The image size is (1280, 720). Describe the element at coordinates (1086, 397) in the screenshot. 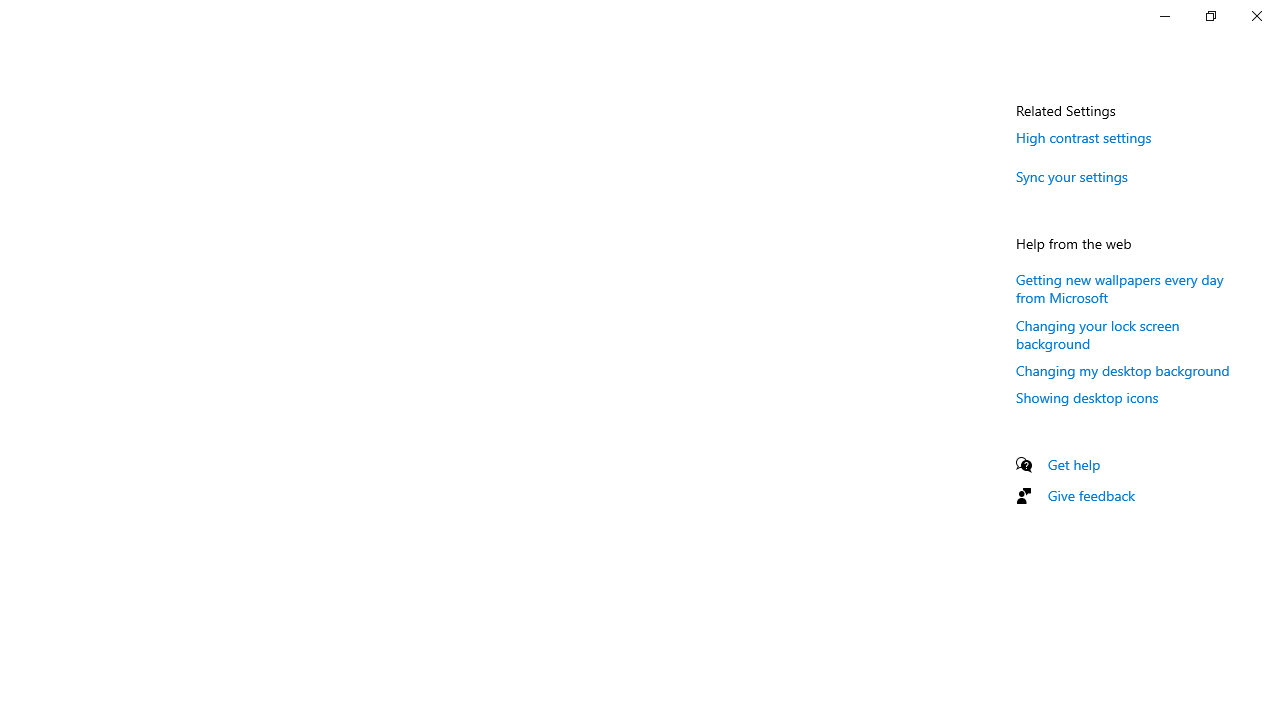

I see `'Showing desktop icons'` at that location.